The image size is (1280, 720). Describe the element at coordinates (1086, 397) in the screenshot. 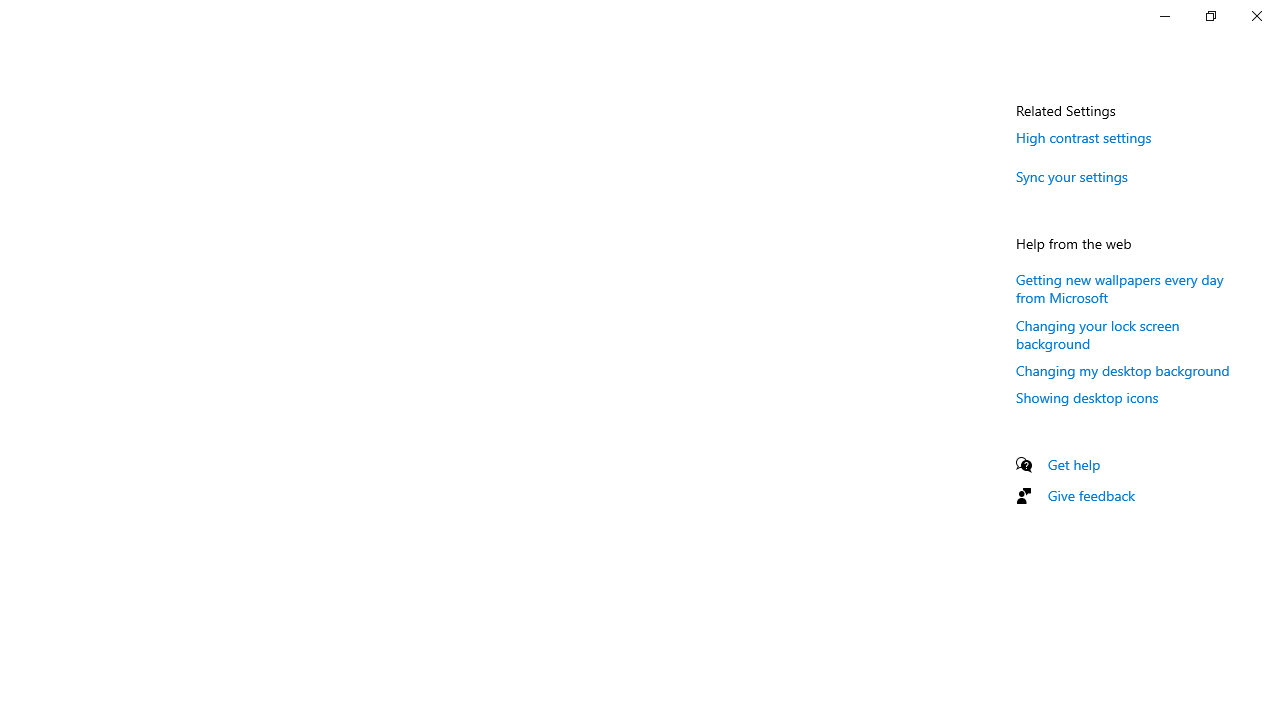

I see `'Showing desktop icons'` at that location.